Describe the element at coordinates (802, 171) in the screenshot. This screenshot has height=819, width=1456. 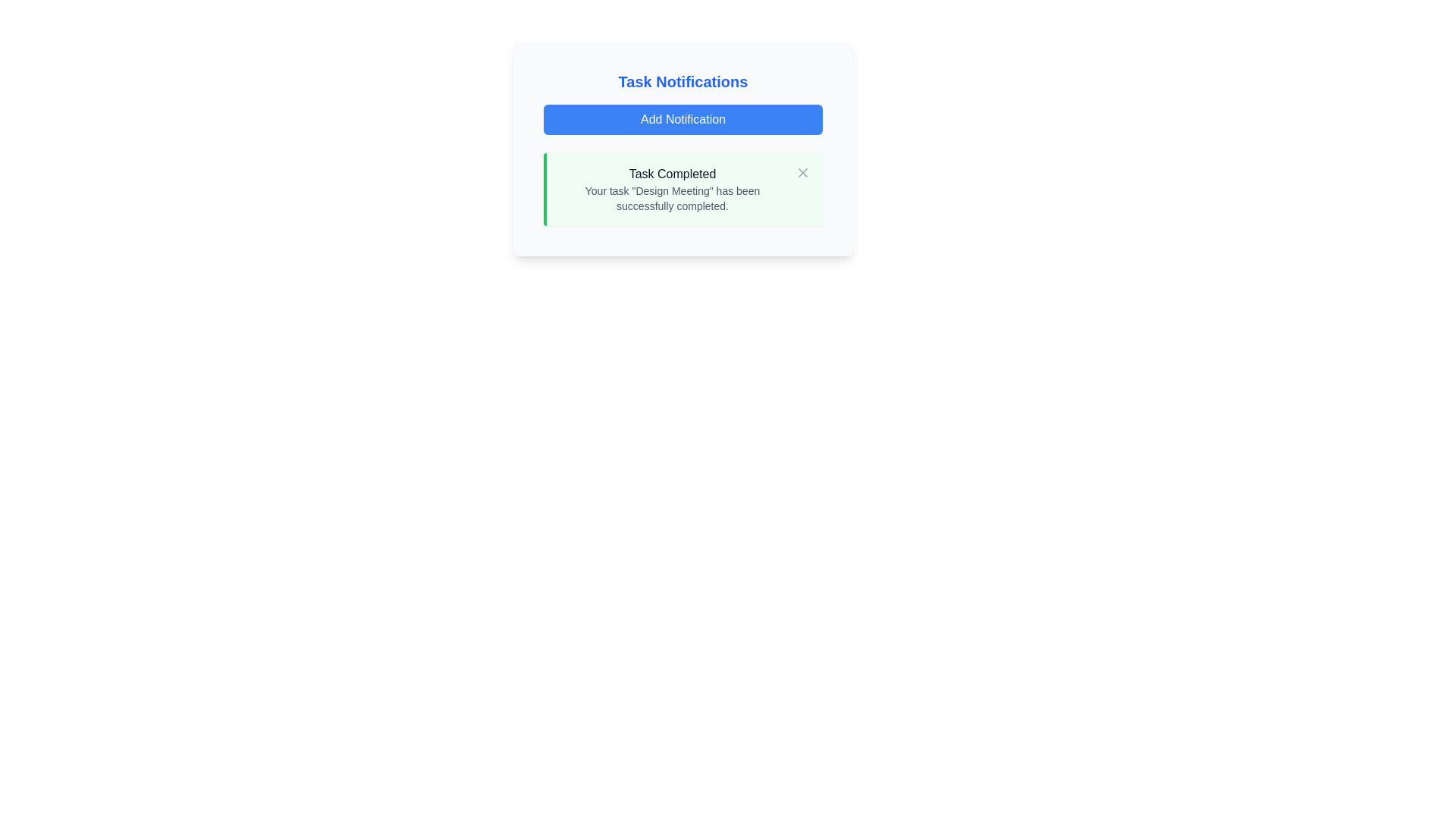
I see `the Close or dismiss icon located at the top-right corner of the 'Task Completed' notification` at that location.